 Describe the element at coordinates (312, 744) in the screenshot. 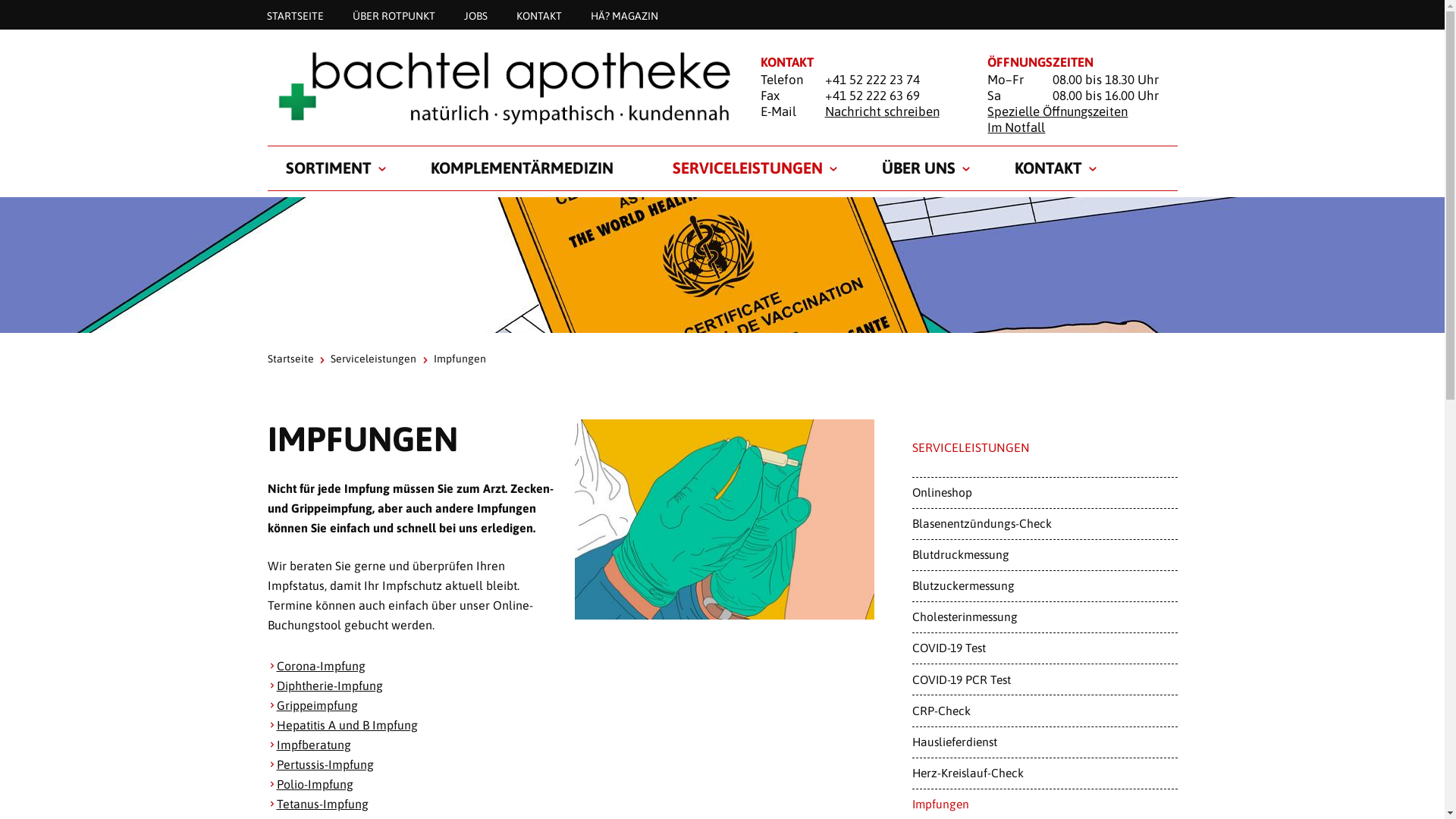

I see `'Impfberatung'` at that location.